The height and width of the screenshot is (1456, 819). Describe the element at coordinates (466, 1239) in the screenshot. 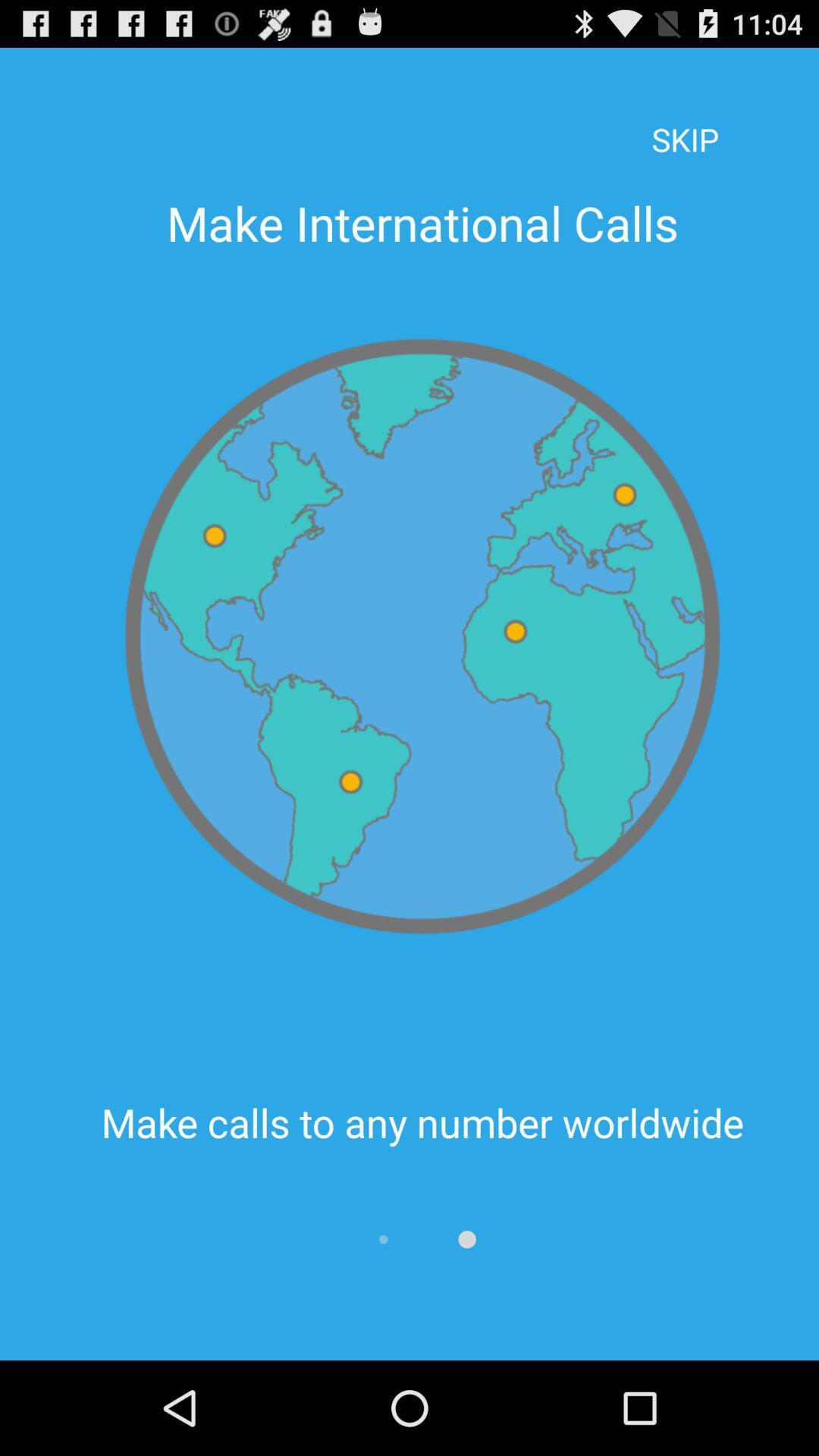

I see `to a page` at that location.